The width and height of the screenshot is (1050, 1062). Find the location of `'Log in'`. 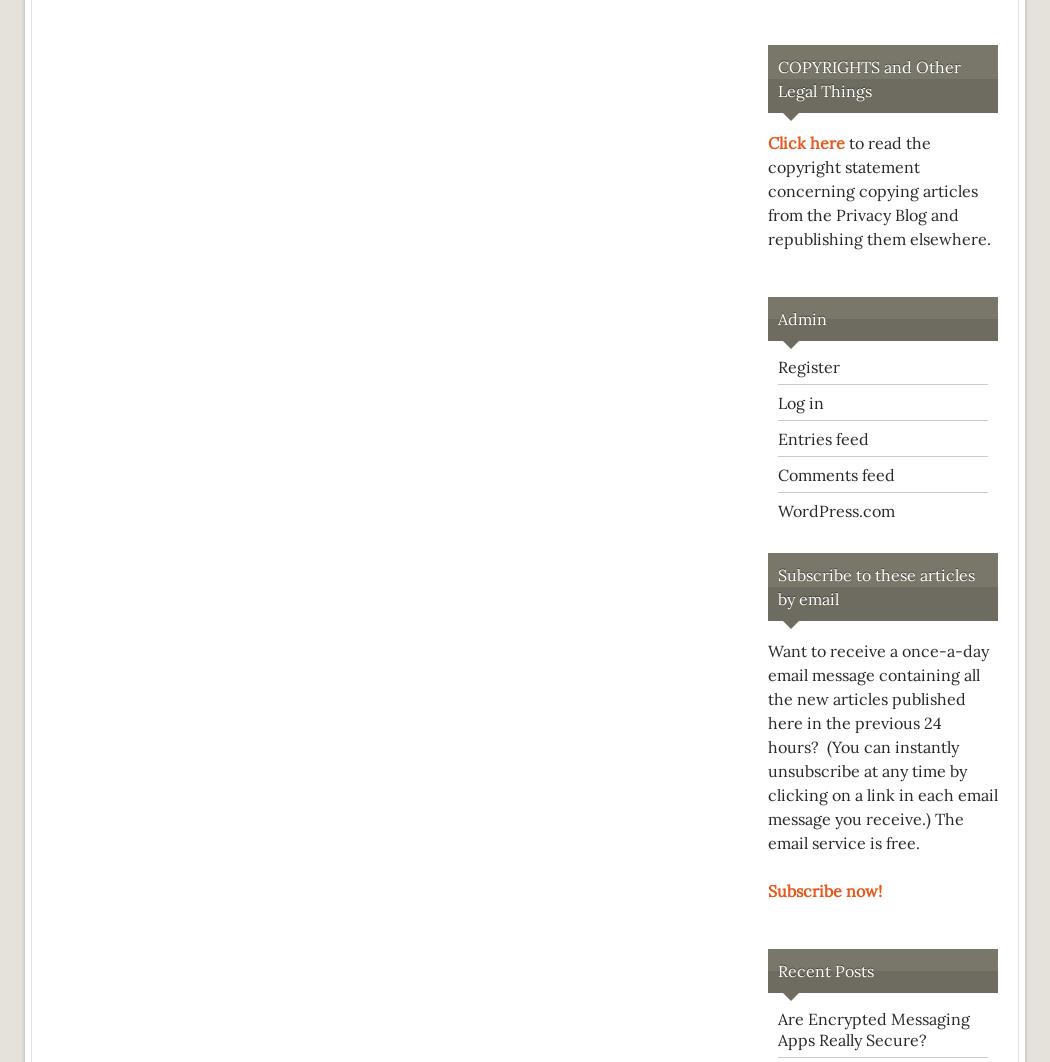

'Log in' is located at coordinates (800, 402).